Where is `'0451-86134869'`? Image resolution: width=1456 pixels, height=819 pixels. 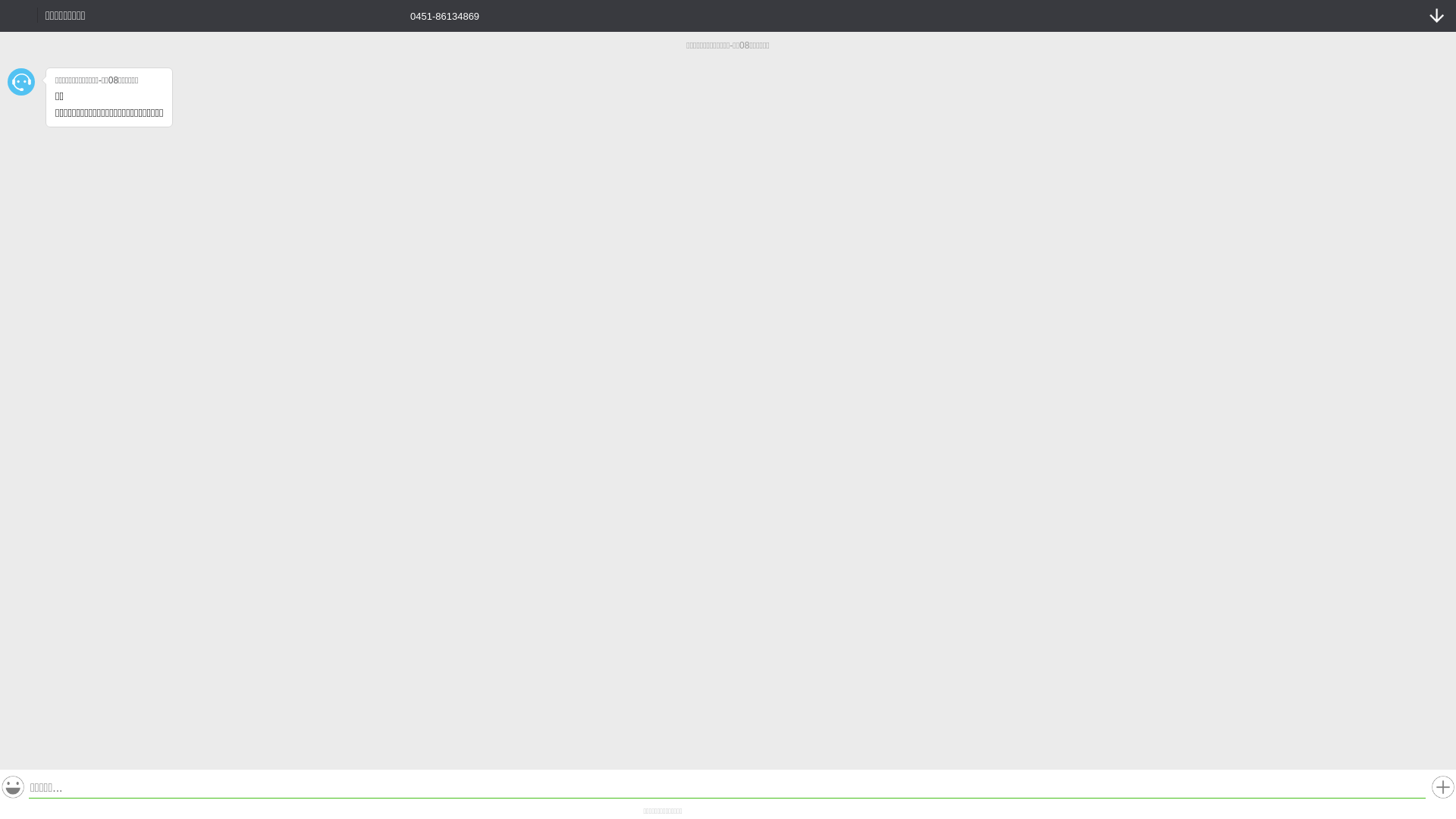
'0451-86134869' is located at coordinates (433, 14).